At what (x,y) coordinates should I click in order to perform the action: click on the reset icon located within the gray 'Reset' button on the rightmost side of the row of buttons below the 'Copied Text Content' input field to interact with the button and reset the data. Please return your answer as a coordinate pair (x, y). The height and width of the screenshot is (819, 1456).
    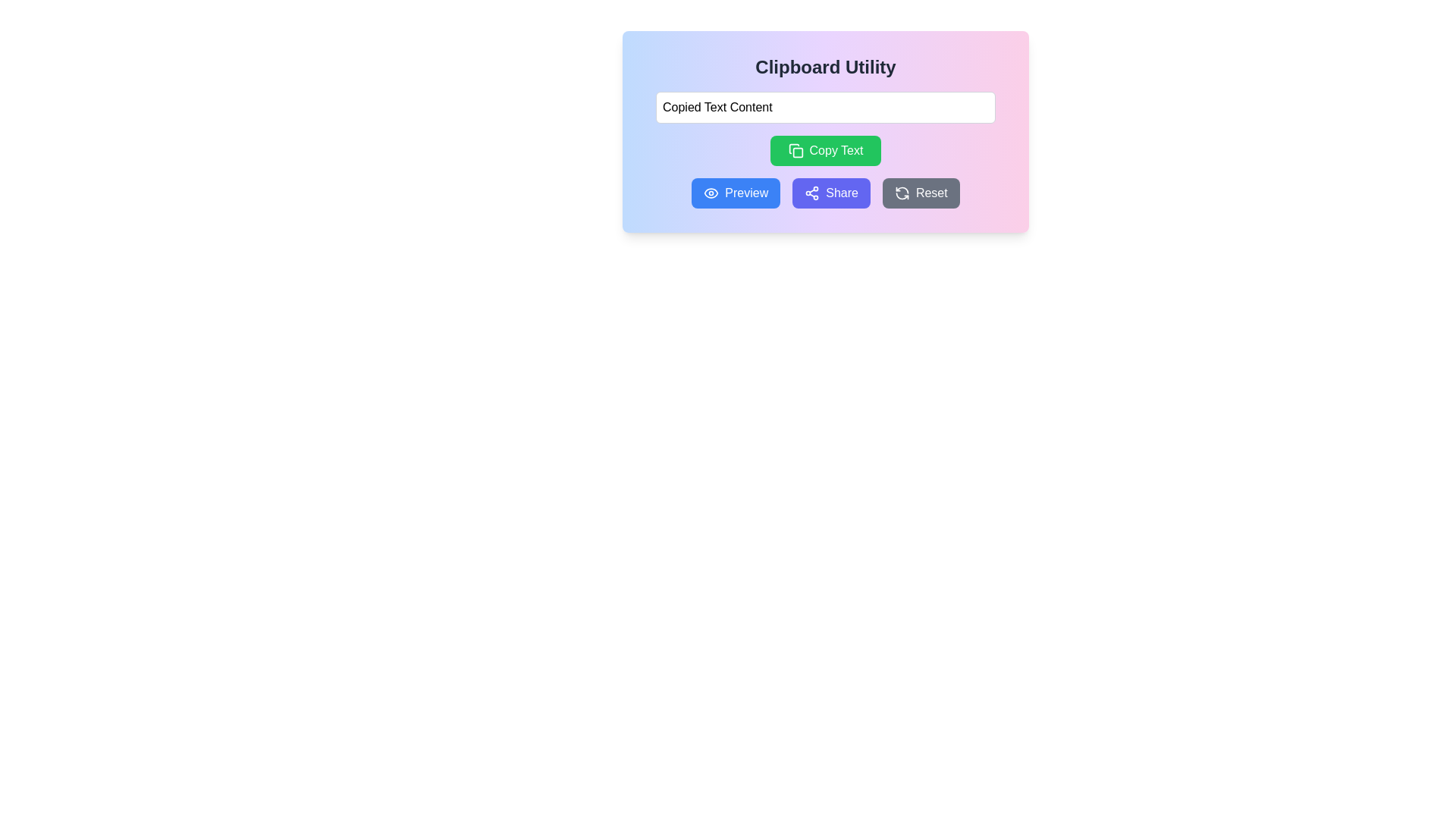
    Looking at the image, I should click on (902, 192).